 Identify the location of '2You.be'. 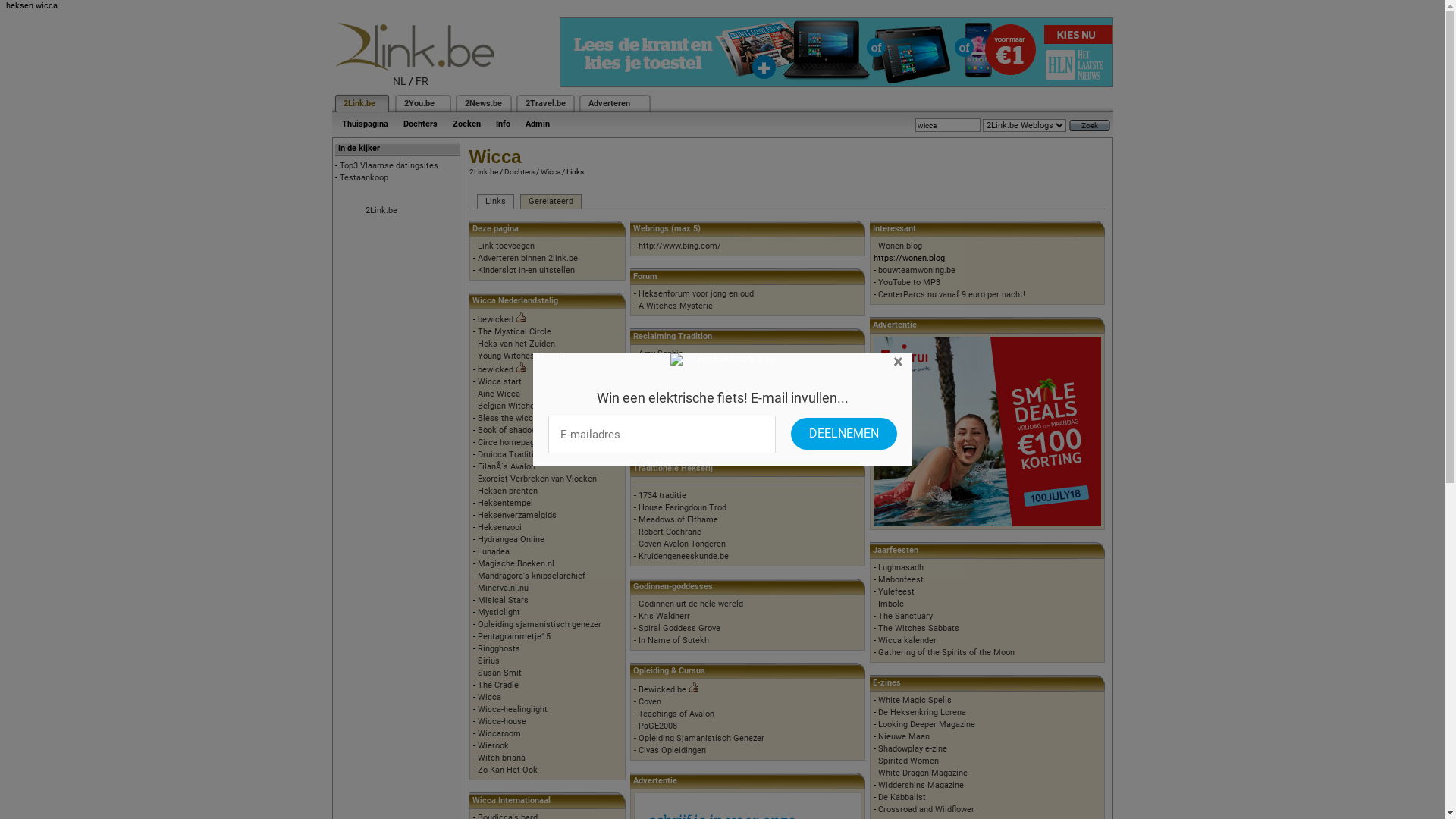
(419, 102).